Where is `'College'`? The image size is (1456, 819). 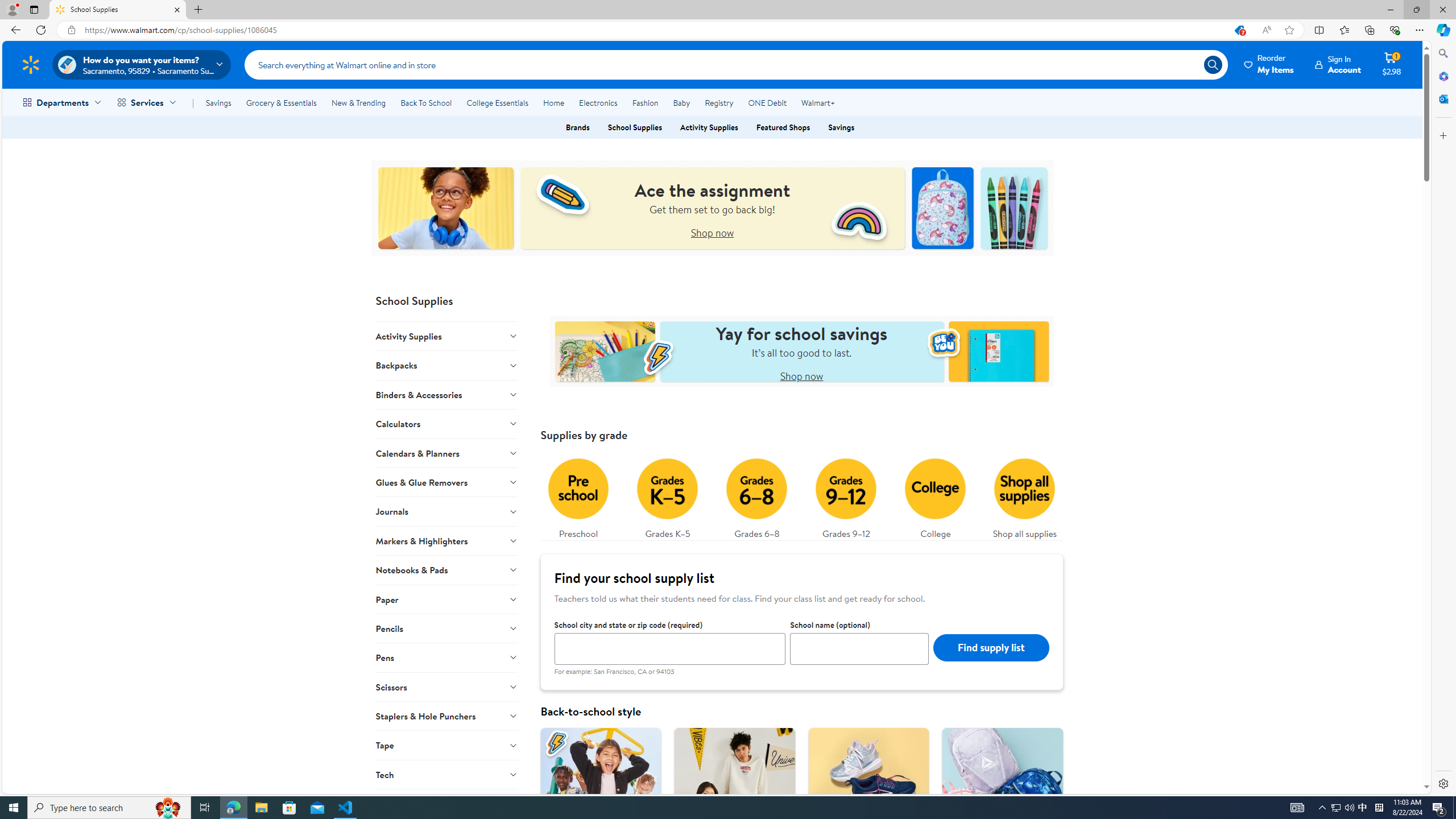
'College' is located at coordinates (934, 495).